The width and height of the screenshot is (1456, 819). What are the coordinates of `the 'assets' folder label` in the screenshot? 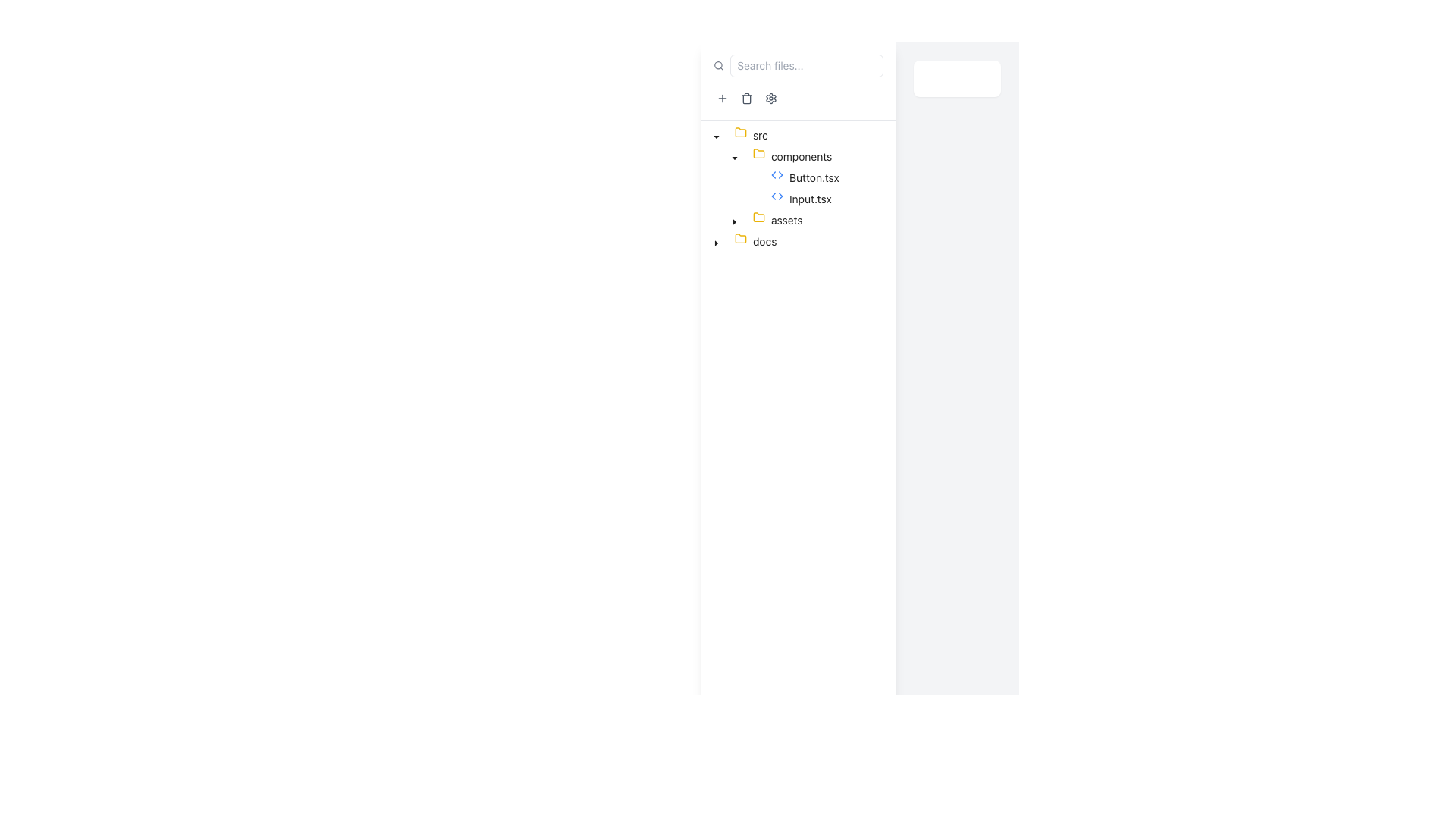 It's located at (777, 220).